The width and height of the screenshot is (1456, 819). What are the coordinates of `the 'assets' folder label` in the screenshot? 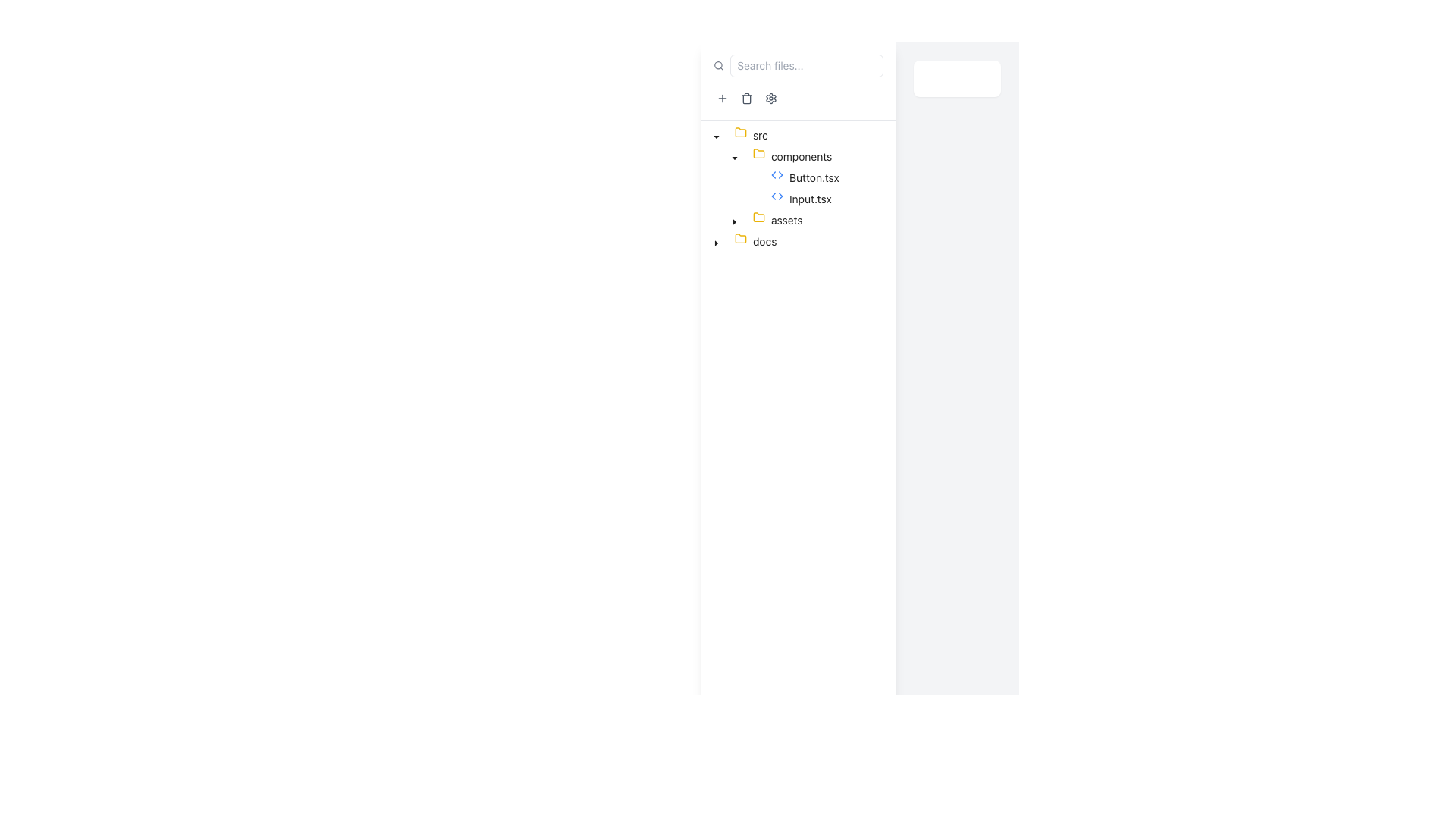 It's located at (777, 220).